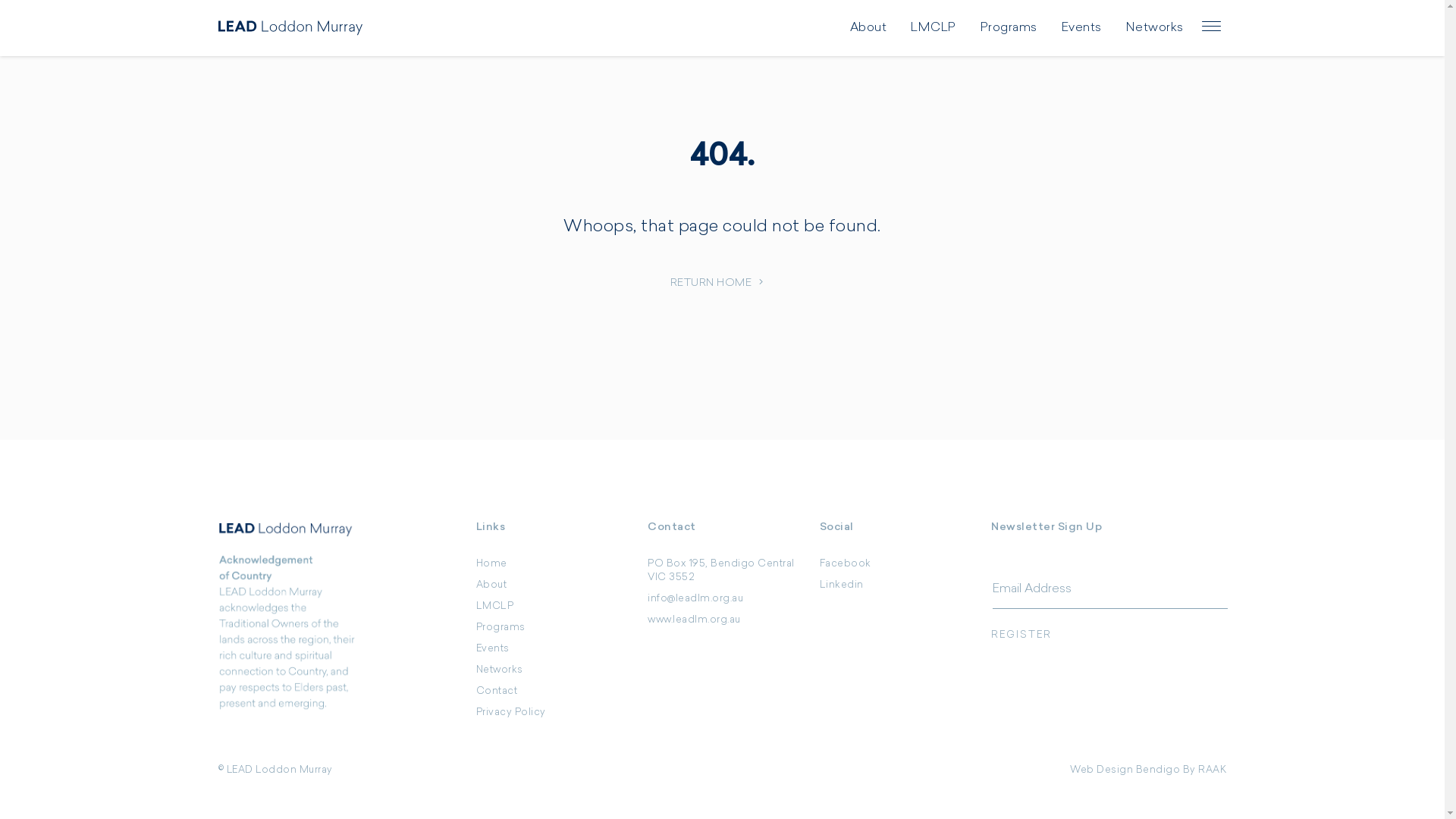 Image resolution: width=1456 pixels, height=819 pixels. What do you see at coordinates (693, 620) in the screenshot?
I see `'www.leadlm.org.au'` at bounding box center [693, 620].